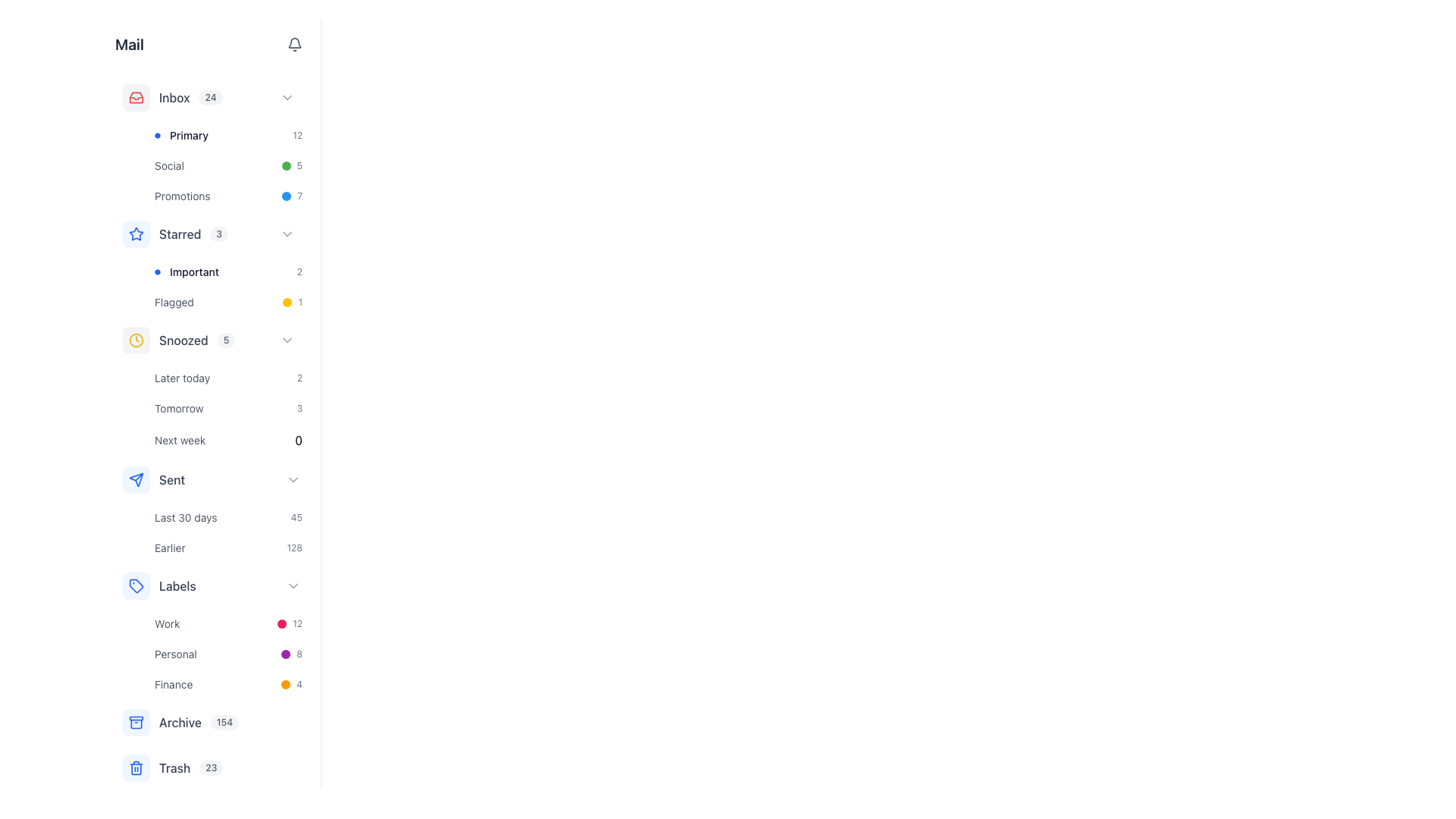 The width and height of the screenshot is (1456, 819). What do you see at coordinates (181, 134) in the screenshot?
I see `the 'Primary' list item in the email categories sidebar` at bounding box center [181, 134].